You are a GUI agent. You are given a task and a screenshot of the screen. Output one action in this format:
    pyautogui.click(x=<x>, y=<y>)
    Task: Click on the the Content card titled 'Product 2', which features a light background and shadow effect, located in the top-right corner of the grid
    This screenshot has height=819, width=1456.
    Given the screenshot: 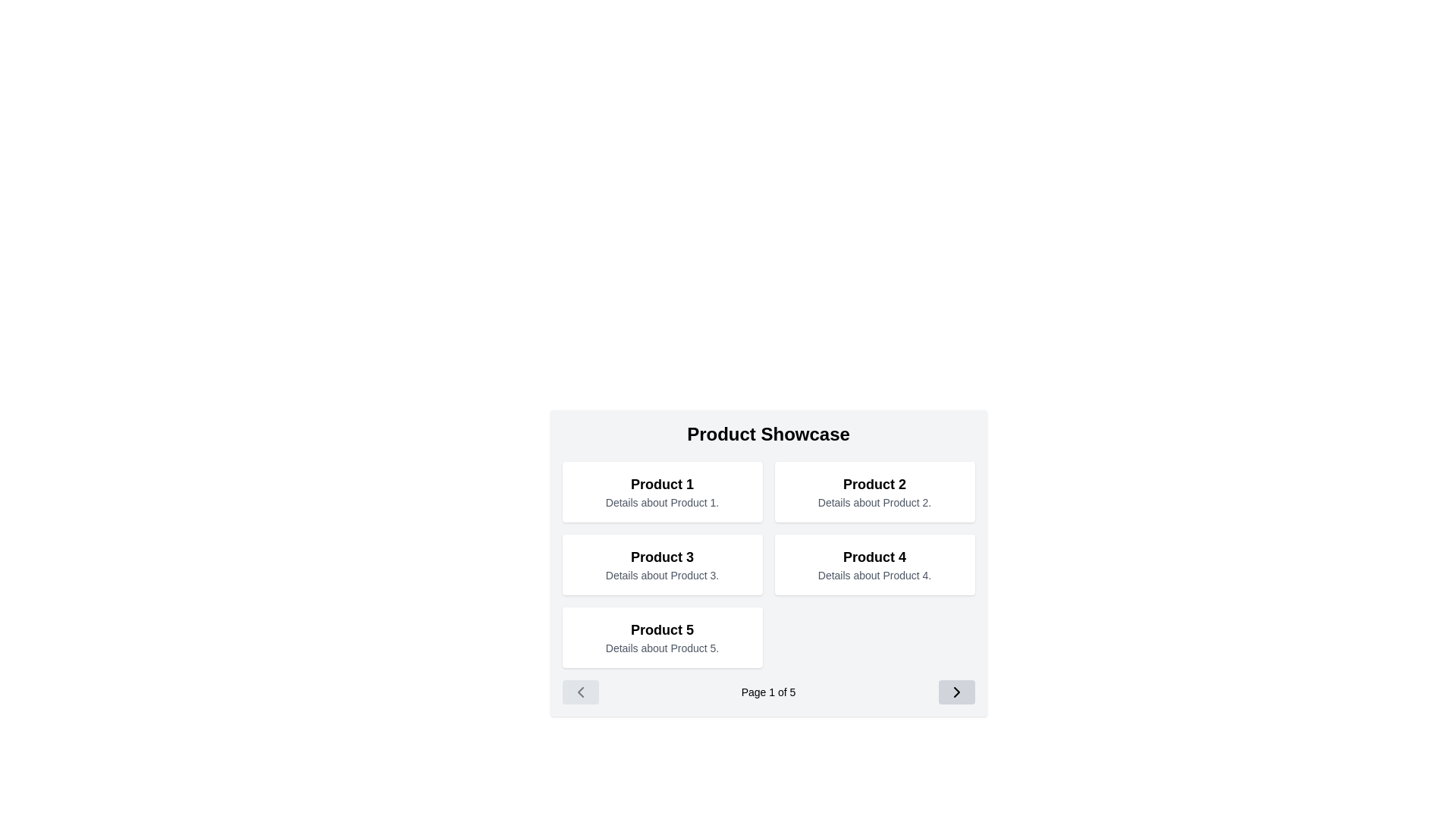 What is the action you would take?
    pyautogui.click(x=874, y=491)
    